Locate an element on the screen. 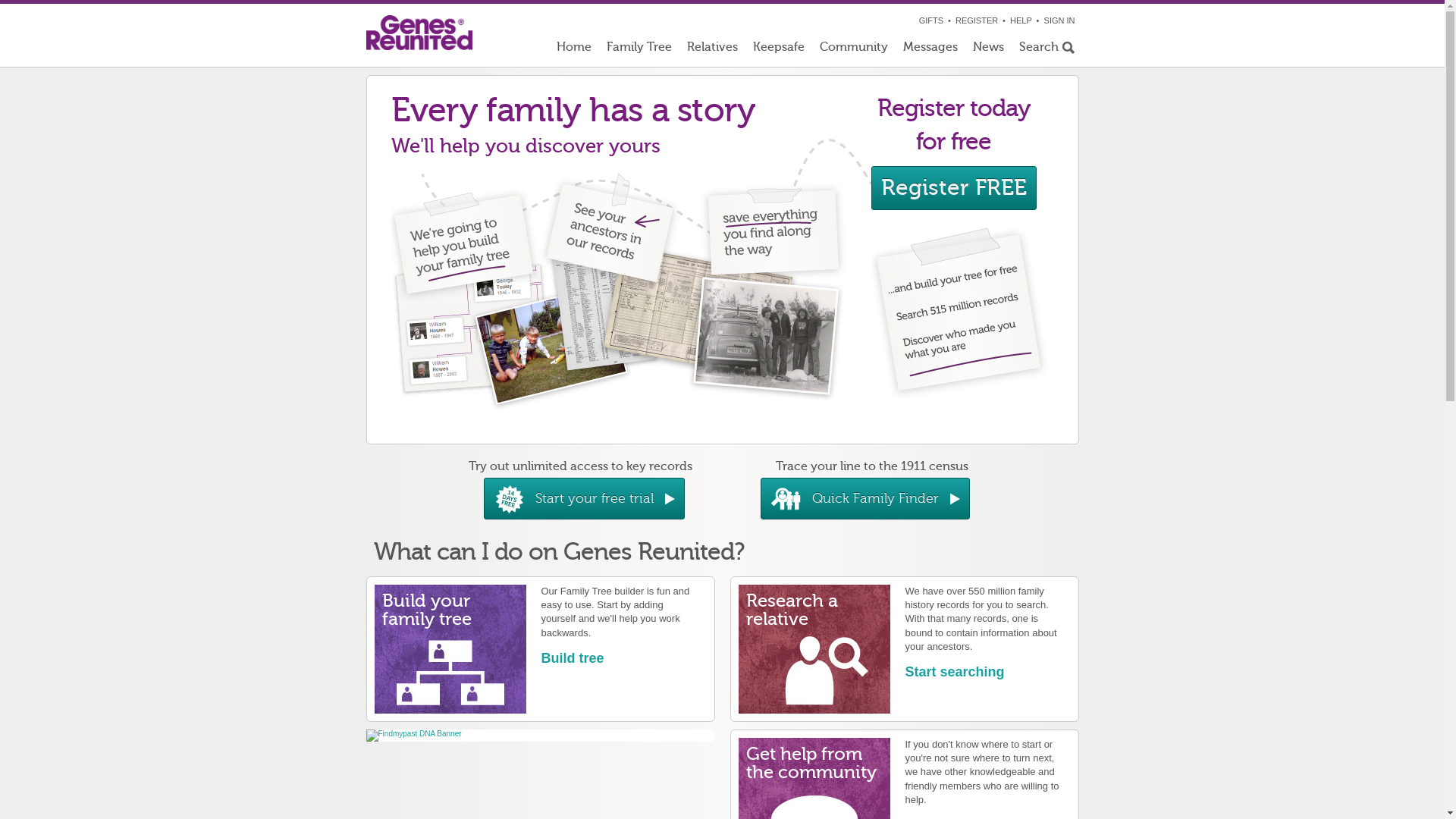 The image size is (1456, 819). 'Start searching' is located at coordinates (954, 671).